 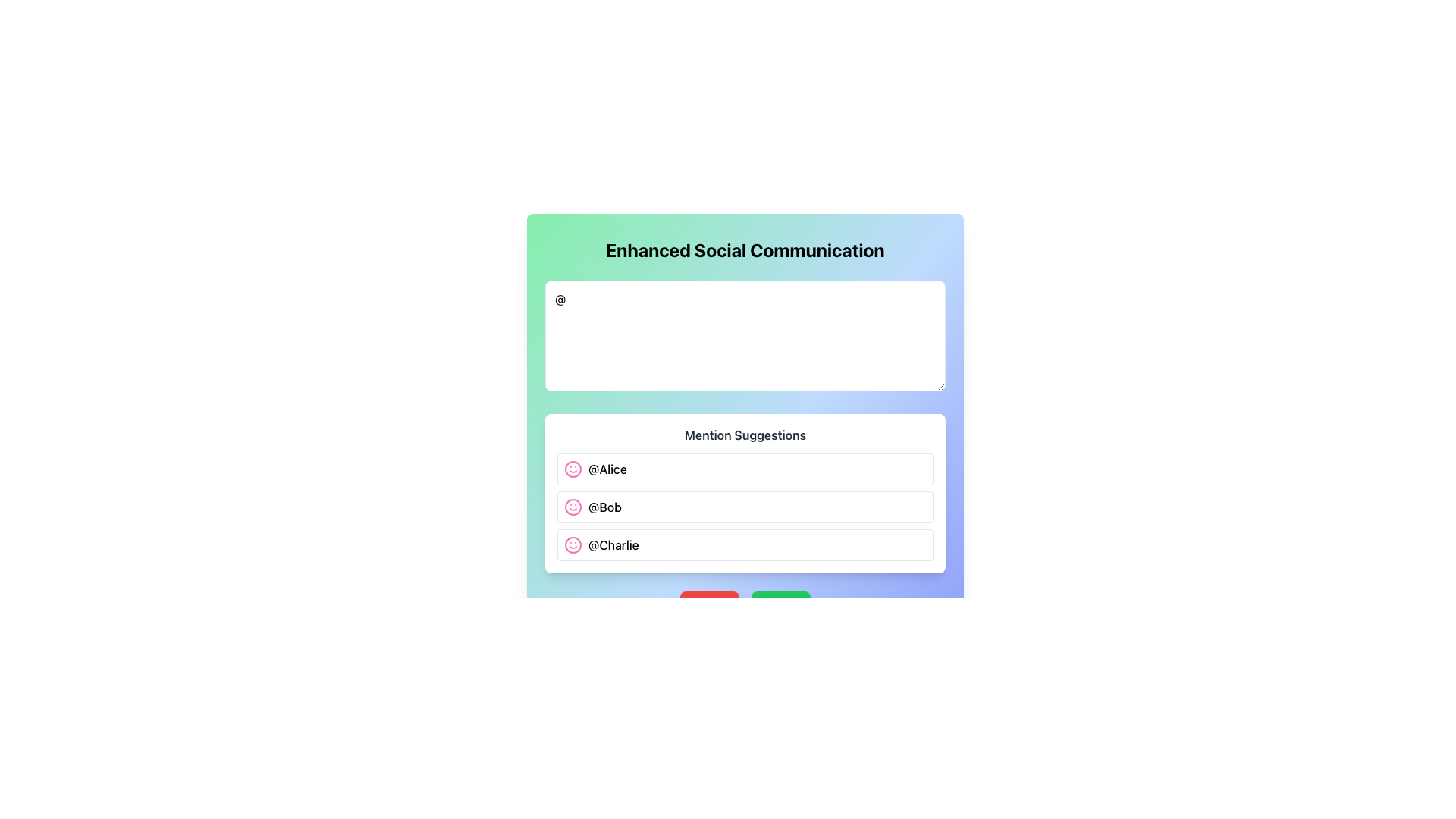 I want to click on the first selectable suggestion item for mentioning the user '@Alice', so click(x=745, y=468).